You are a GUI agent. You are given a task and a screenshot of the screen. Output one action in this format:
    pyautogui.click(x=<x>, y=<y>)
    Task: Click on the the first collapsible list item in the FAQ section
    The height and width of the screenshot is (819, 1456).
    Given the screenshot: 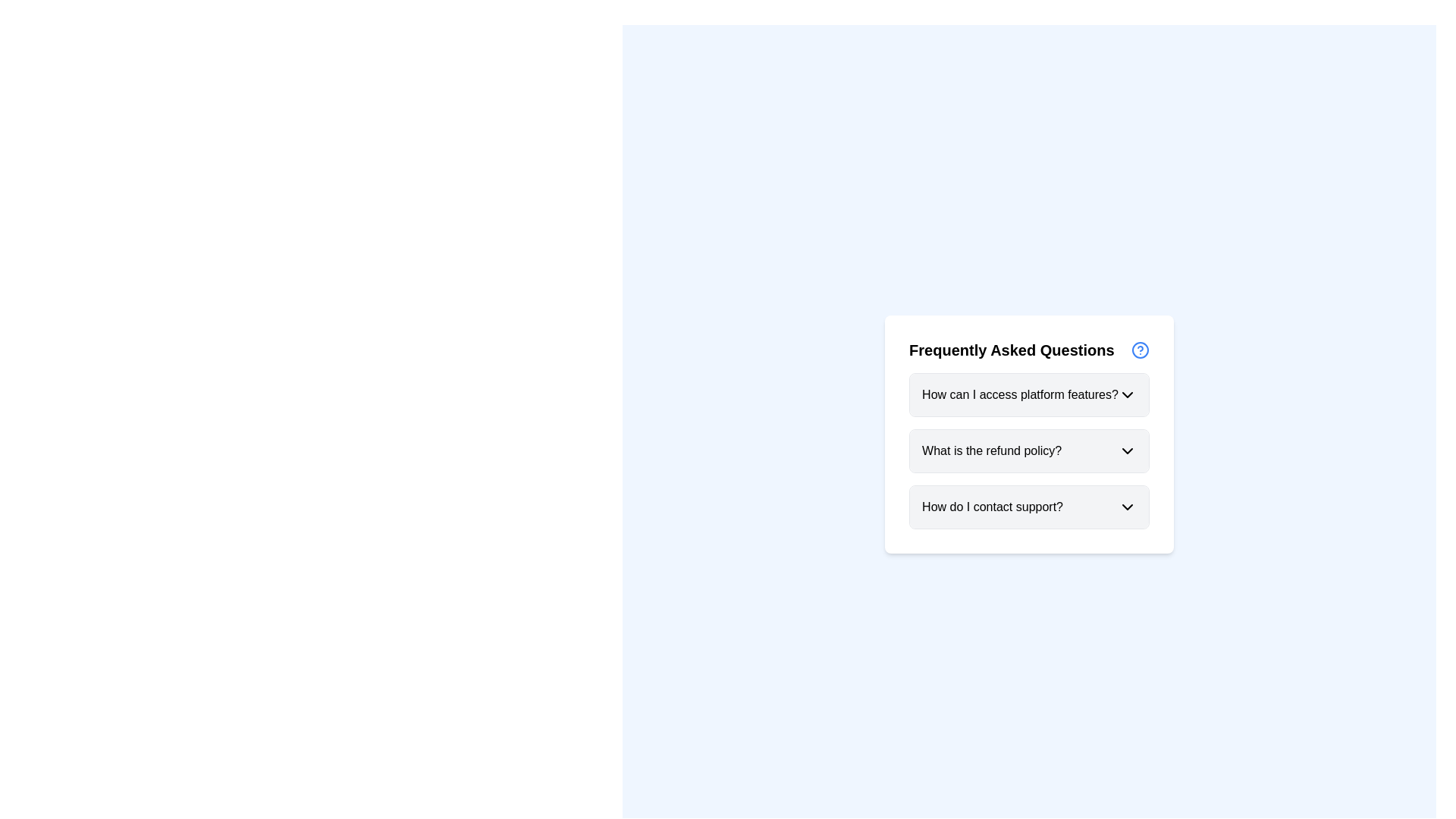 What is the action you would take?
    pyautogui.click(x=1029, y=394)
    